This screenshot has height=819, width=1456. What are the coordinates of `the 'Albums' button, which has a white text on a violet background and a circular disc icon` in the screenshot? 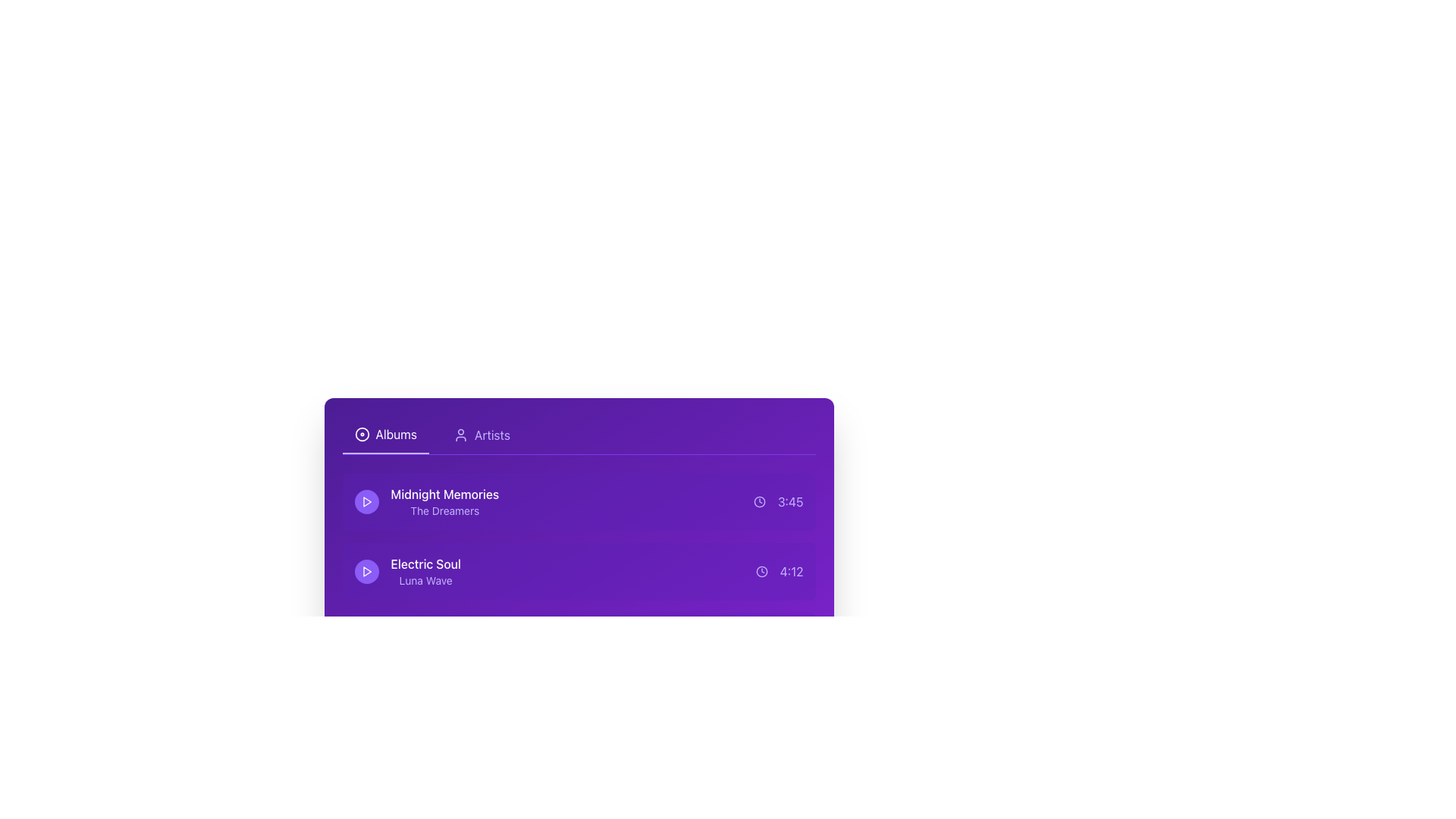 It's located at (385, 435).